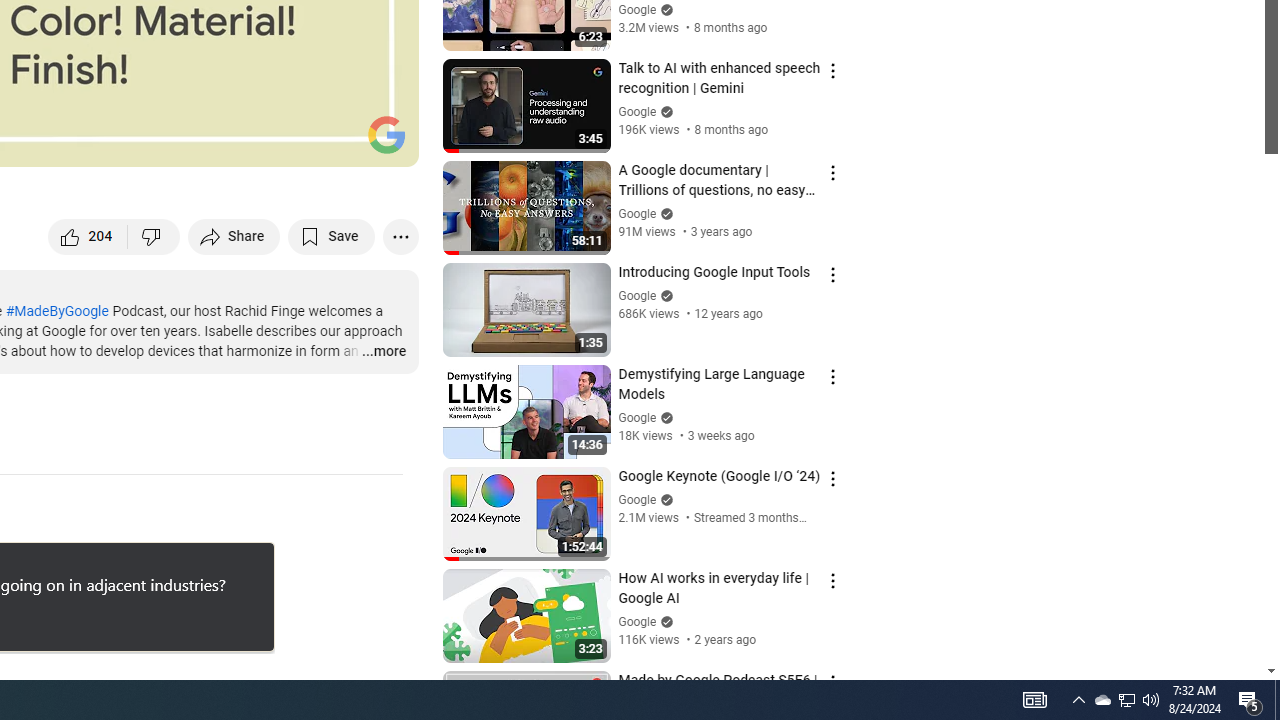  Describe the element at coordinates (832, 681) in the screenshot. I see `'Action menu'` at that location.